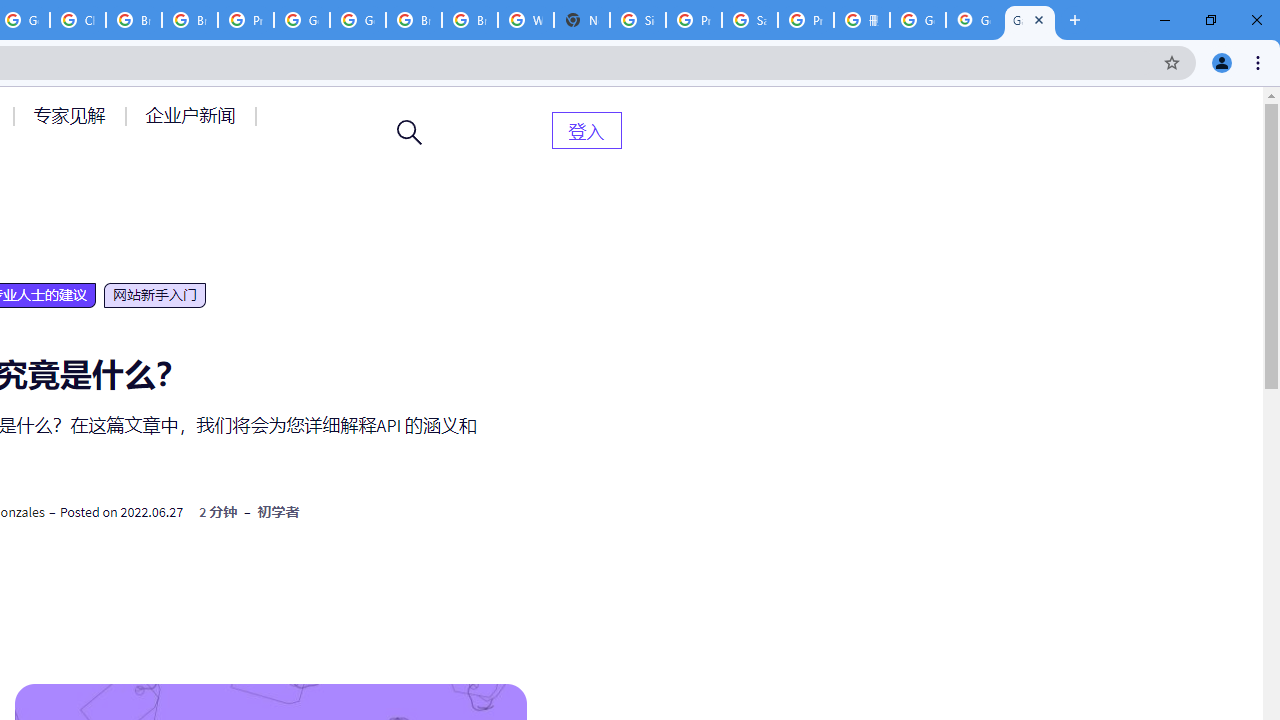  What do you see at coordinates (409, 132) in the screenshot?
I see `'Open search form'` at bounding box center [409, 132].